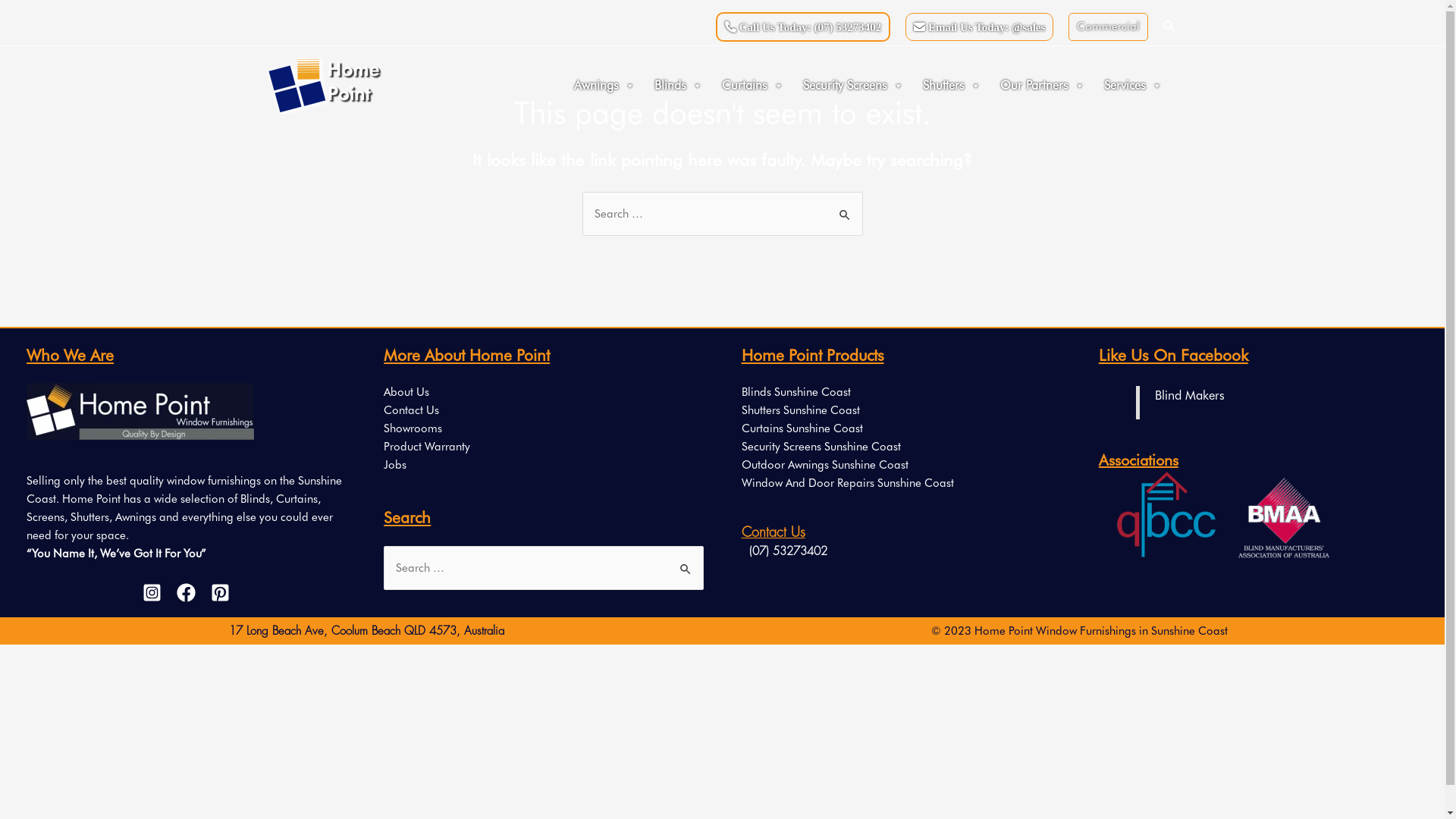 This screenshot has height=819, width=1456. Describe the element at coordinates (821, 446) in the screenshot. I see `'Security Screens Sunshine Coast'` at that location.